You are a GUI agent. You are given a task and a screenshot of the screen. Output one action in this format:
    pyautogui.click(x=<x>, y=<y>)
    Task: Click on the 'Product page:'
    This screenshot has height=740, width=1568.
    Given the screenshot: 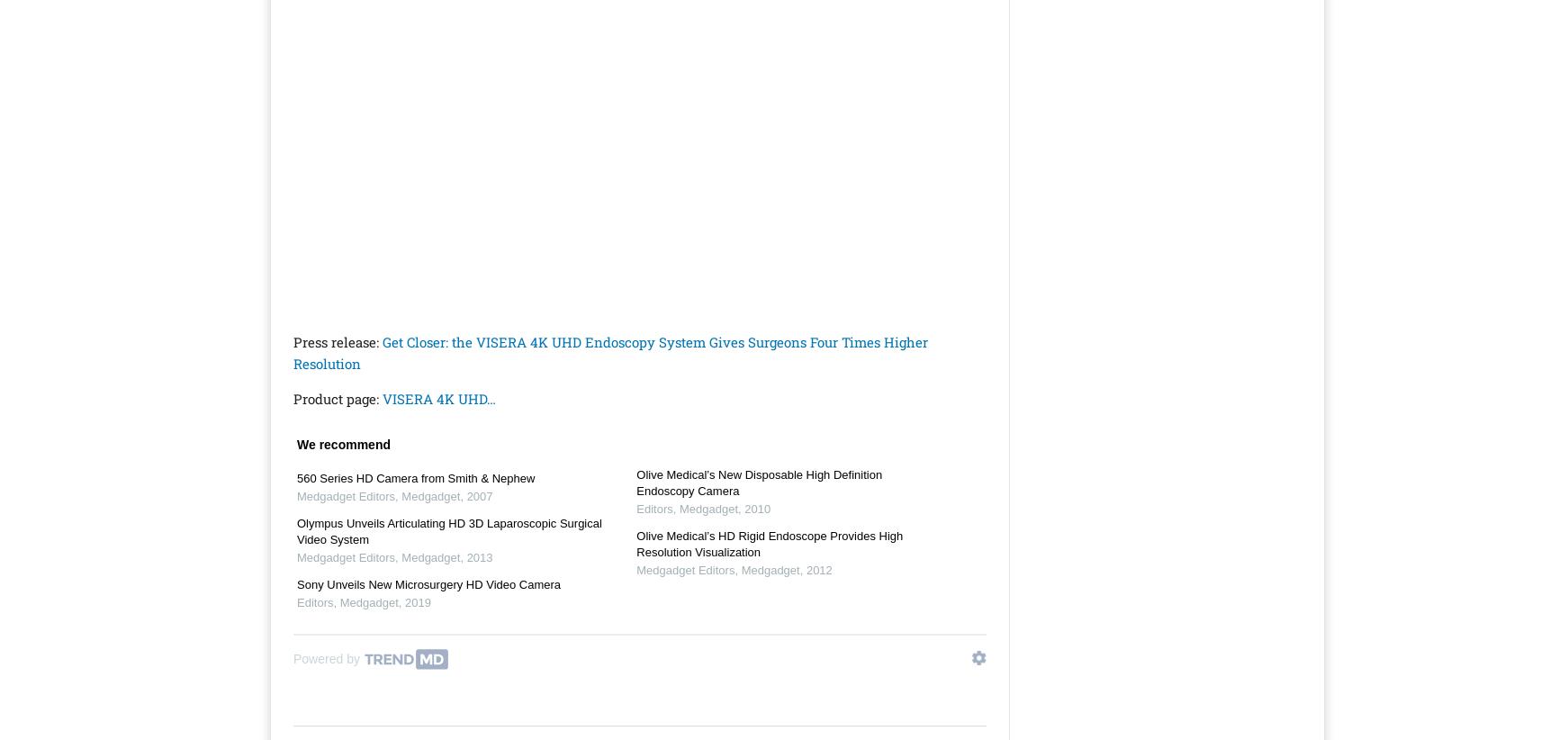 What is the action you would take?
    pyautogui.click(x=292, y=397)
    